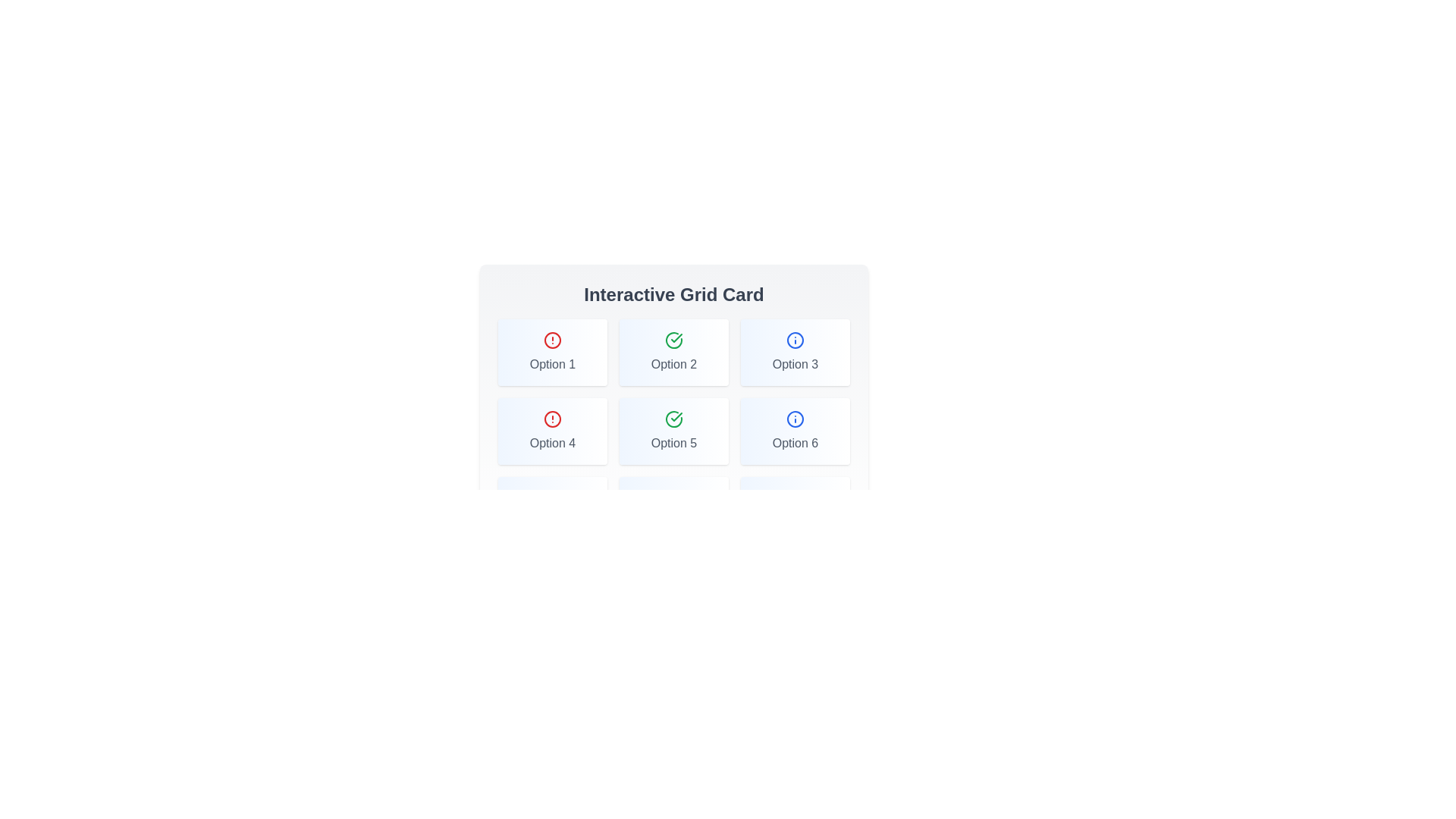 The width and height of the screenshot is (1456, 819). What do you see at coordinates (673, 419) in the screenshot?
I see `the SVG-based icon representation of a checkmark inside a circle that indicates the status of 'Option 5' in the 2x3 grid layout` at bounding box center [673, 419].